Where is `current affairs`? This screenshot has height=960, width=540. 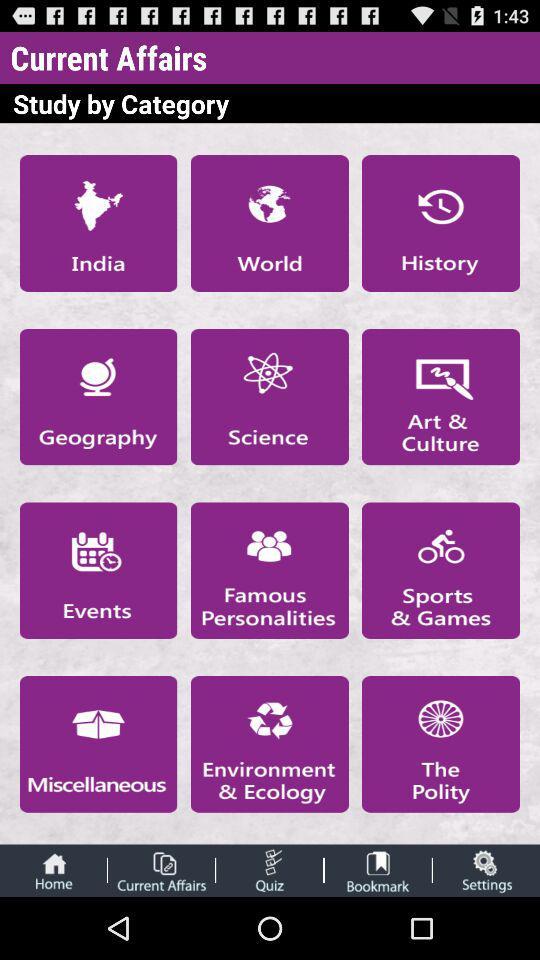 current affairs is located at coordinates (160, 869).